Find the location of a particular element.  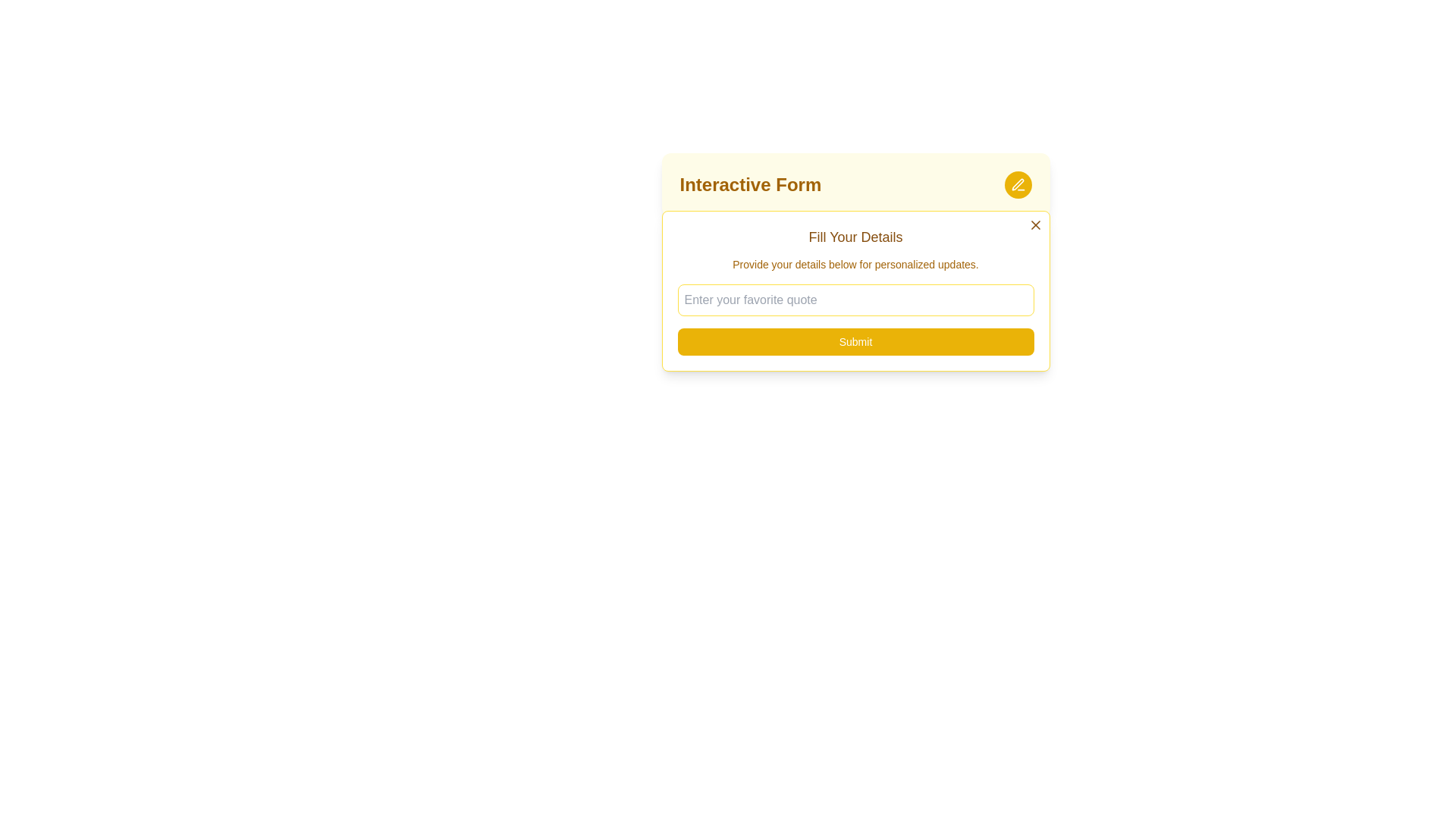

the close icon located at the top-right corner of the form is located at coordinates (1034, 225).